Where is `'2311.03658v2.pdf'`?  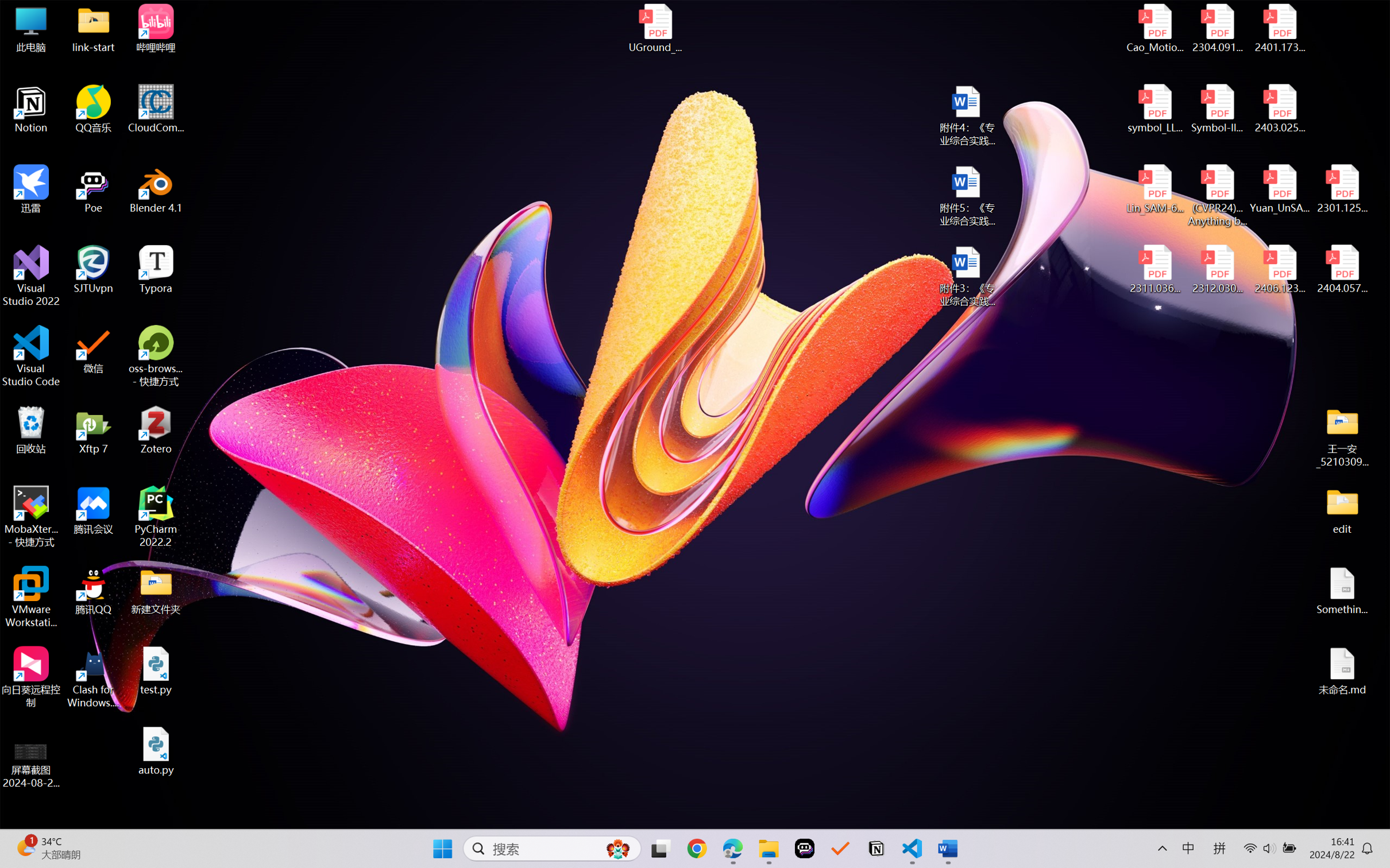
'2311.03658v2.pdf' is located at coordinates (1155, 269).